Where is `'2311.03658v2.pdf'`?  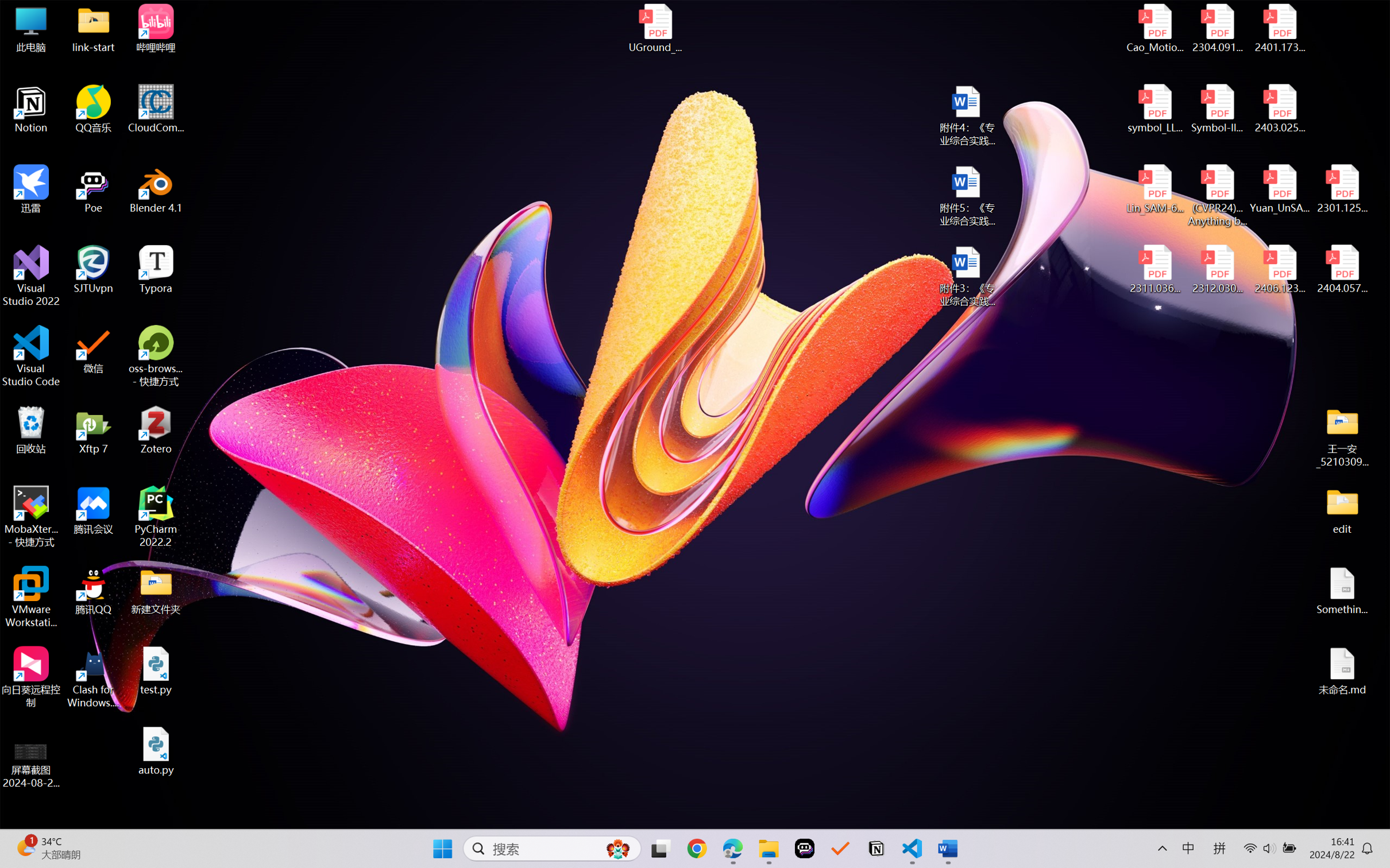
'2311.03658v2.pdf' is located at coordinates (1155, 269).